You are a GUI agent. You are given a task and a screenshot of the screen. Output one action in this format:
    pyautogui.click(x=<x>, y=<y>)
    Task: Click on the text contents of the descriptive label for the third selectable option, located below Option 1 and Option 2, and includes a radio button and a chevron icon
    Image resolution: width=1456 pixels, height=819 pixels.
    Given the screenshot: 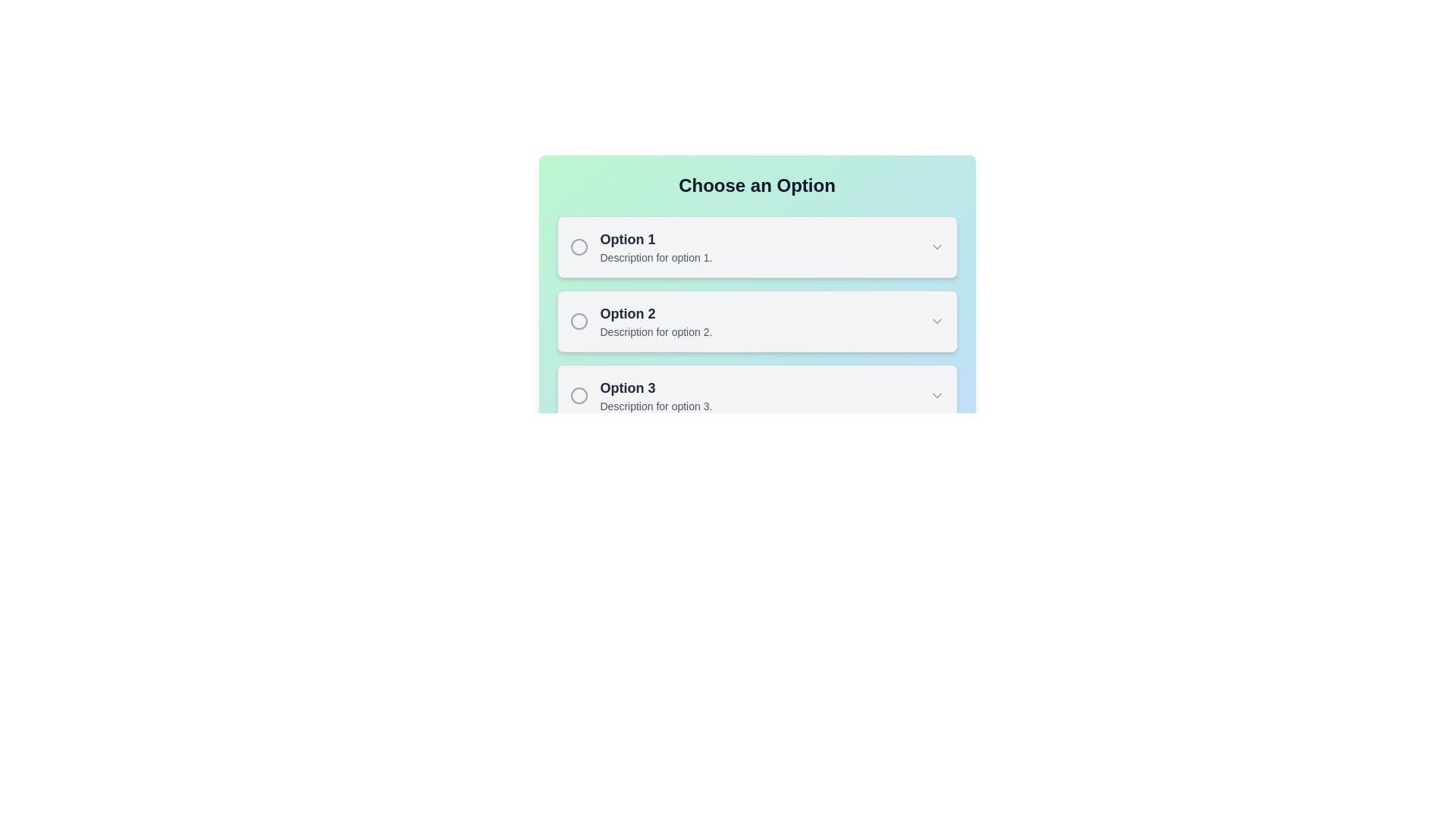 What is the action you would take?
    pyautogui.click(x=656, y=394)
    